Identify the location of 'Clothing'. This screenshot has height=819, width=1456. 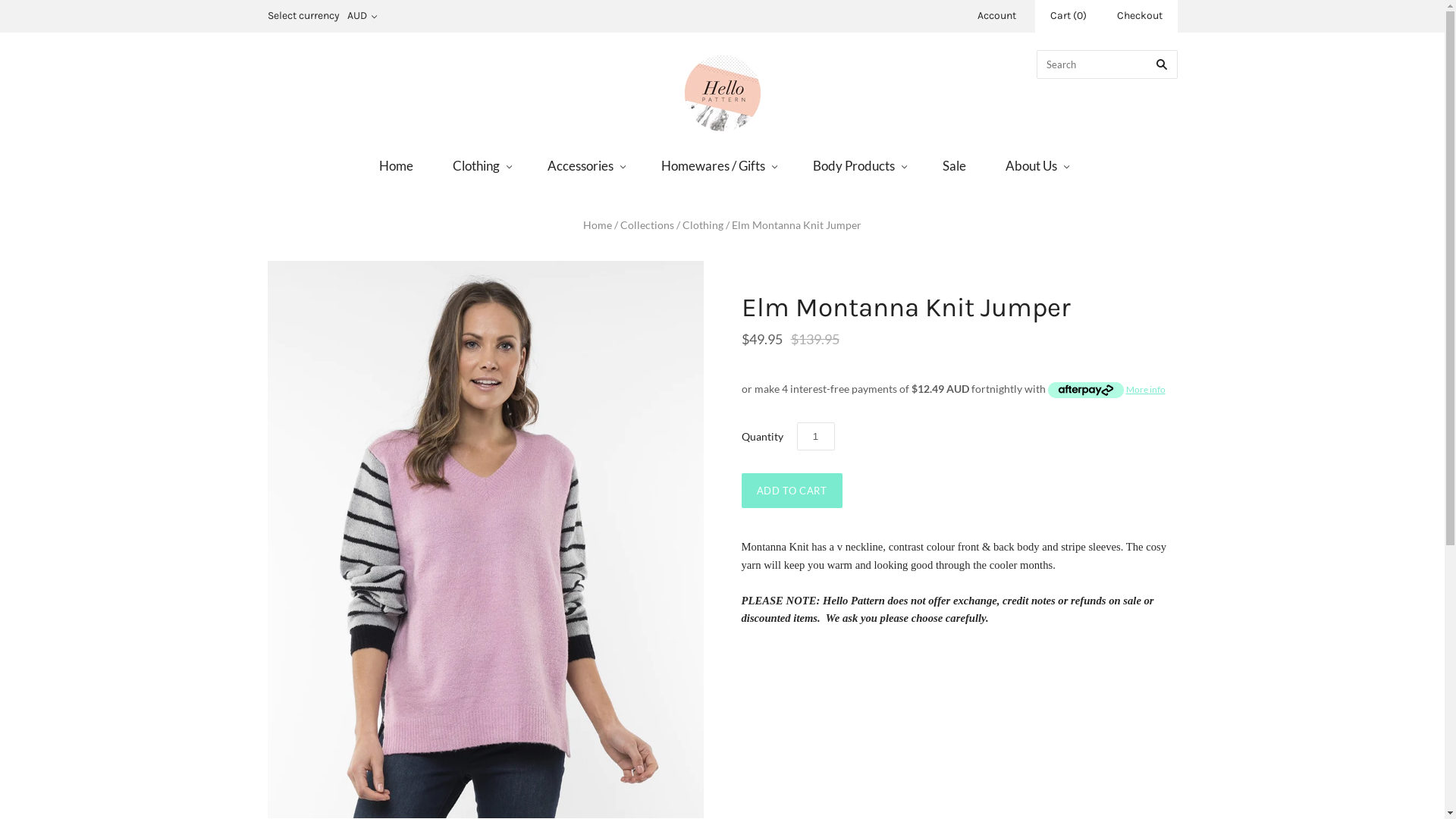
(479, 165).